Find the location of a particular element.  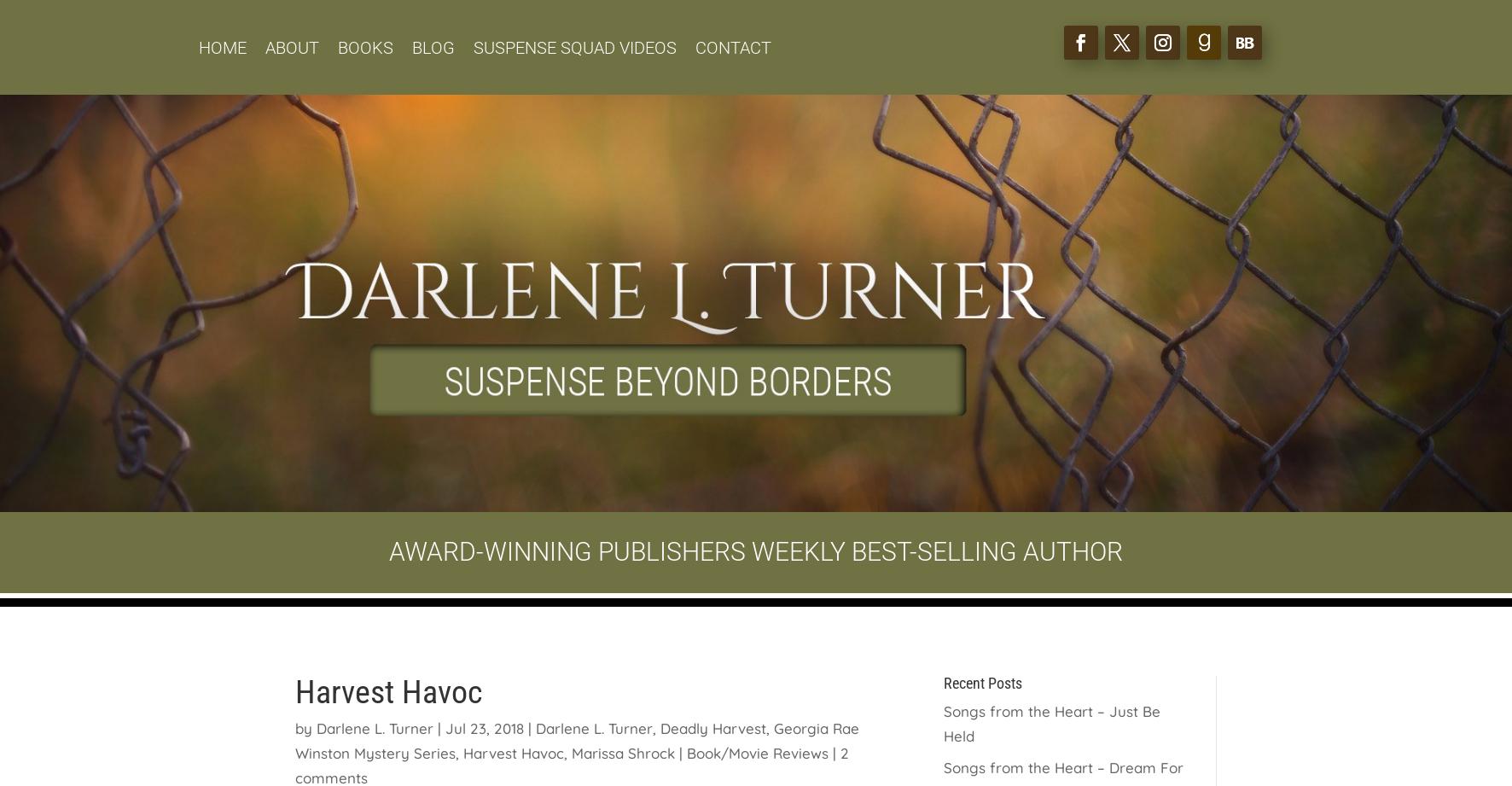

'Songs from the Heart – Just Be Held' is located at coordinates (1051, 722).